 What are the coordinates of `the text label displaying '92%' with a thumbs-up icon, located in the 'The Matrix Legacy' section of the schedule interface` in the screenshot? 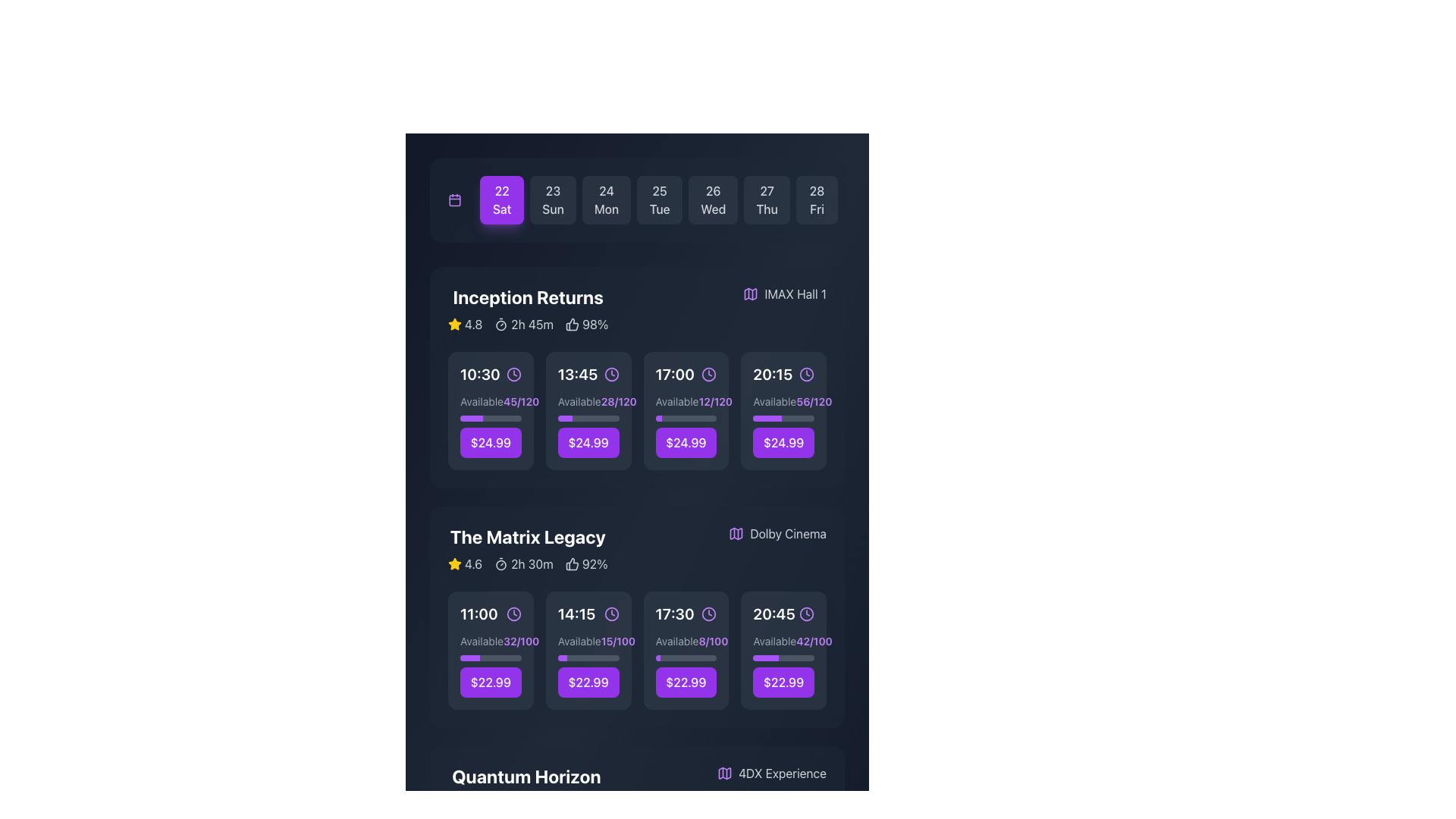 It's located at (585, 564).